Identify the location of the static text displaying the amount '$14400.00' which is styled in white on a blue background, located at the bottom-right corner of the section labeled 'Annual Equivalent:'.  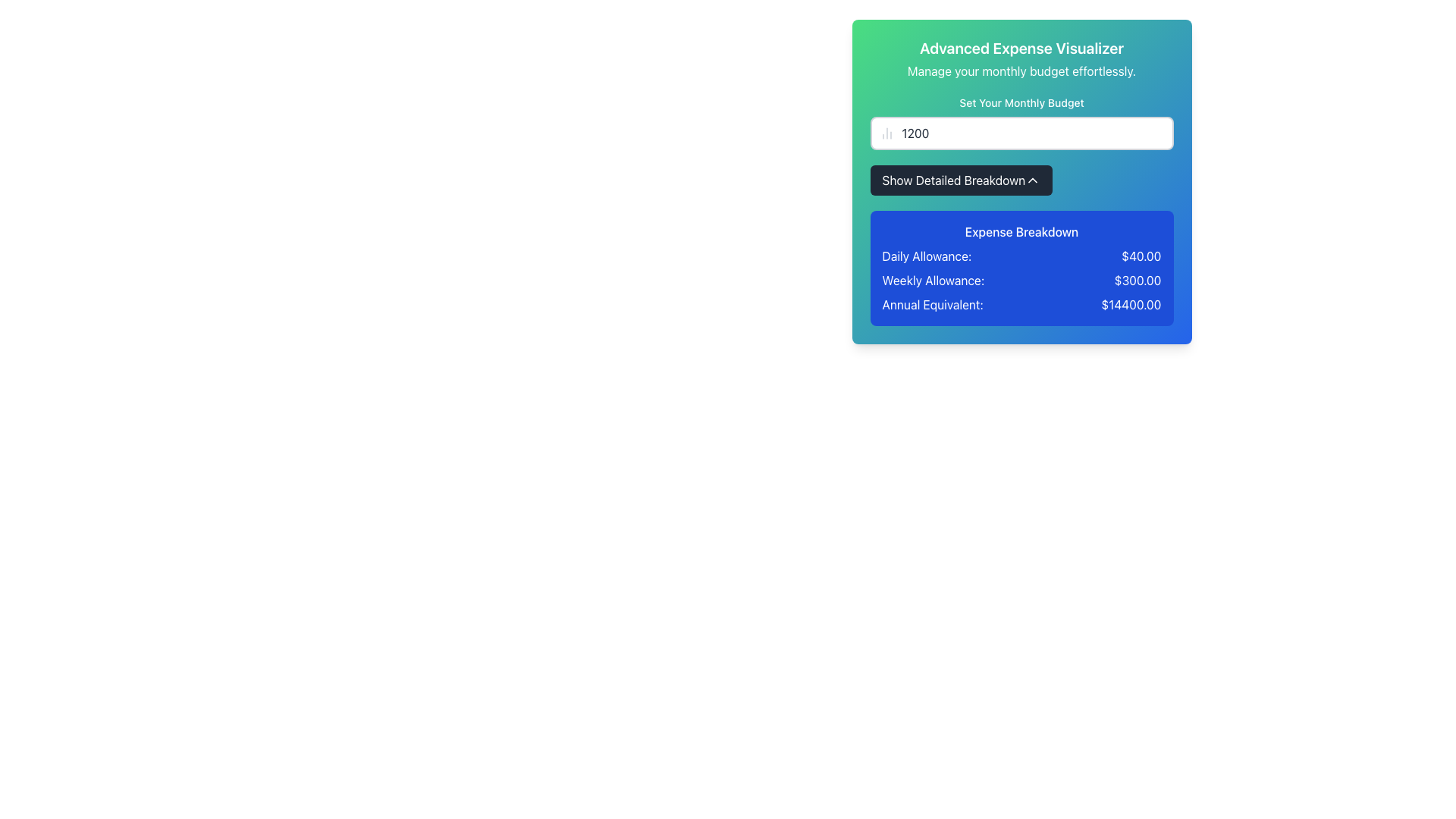
(1131, 304).